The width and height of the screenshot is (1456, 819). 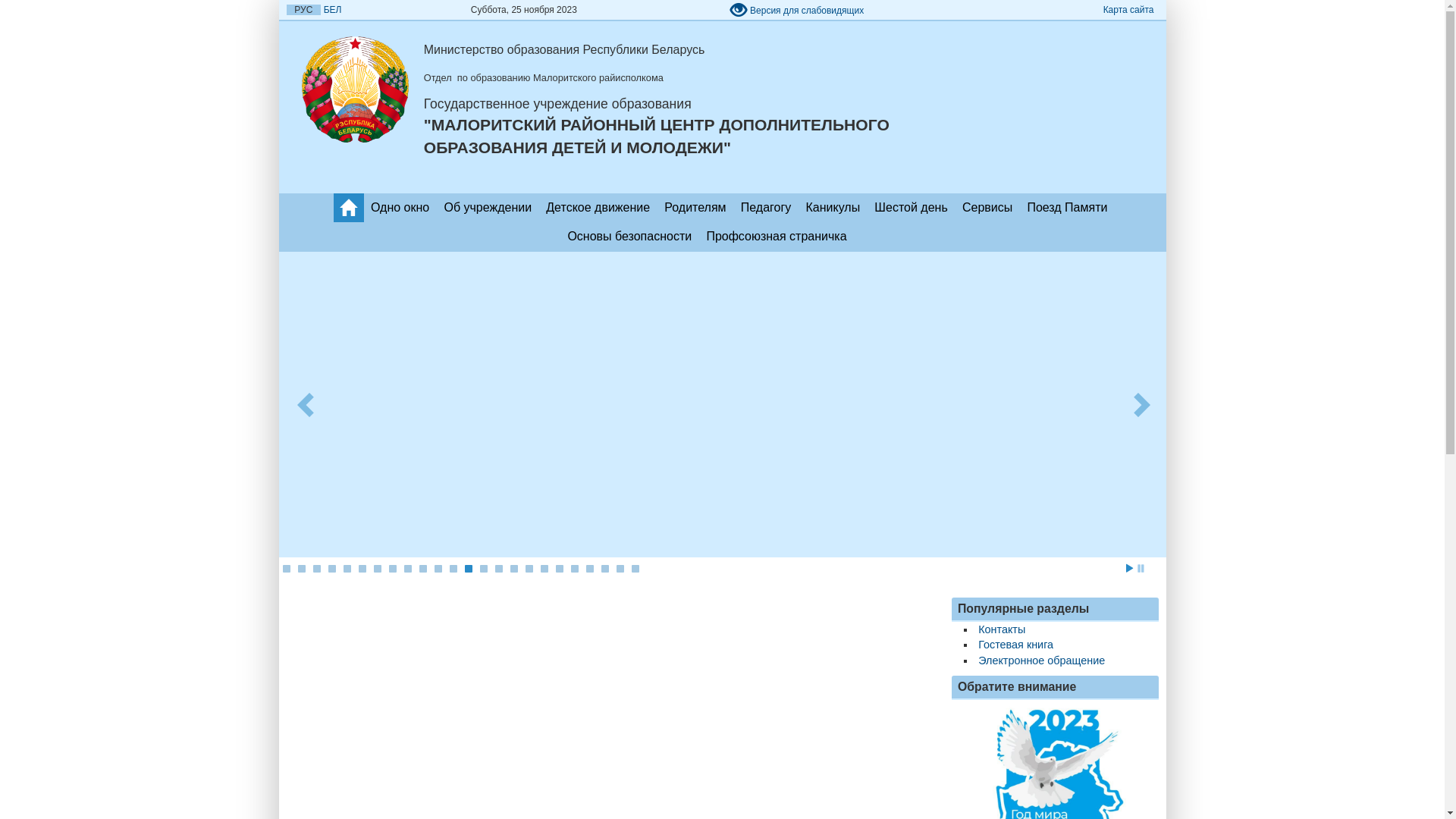 What do you see at coordinates (345, 568) in the screenshot?
I see `'5'` at bounding box center [345, 568].